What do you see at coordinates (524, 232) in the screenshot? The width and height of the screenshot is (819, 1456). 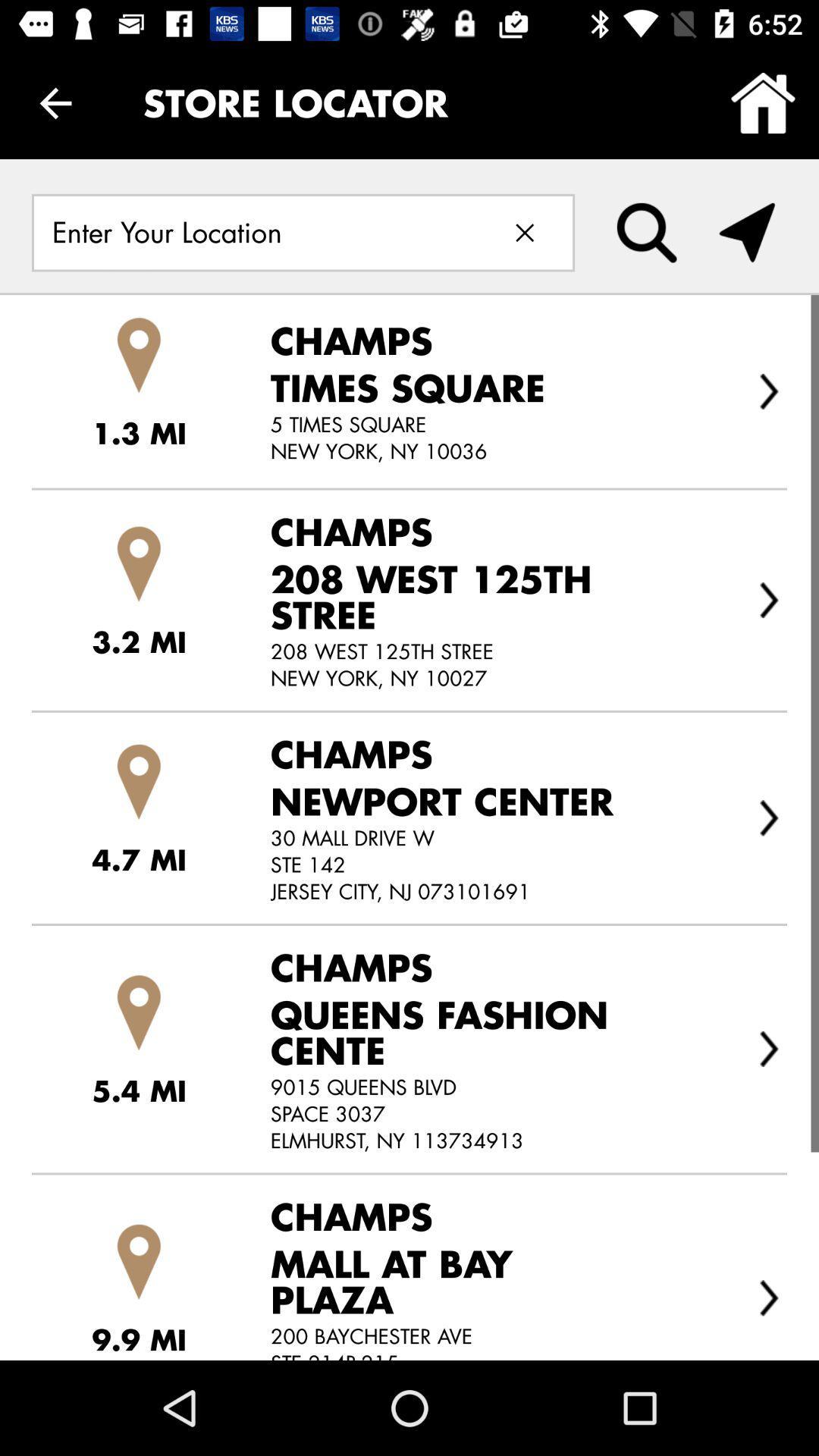 I see `delete text` at bounding box center [524, 232].